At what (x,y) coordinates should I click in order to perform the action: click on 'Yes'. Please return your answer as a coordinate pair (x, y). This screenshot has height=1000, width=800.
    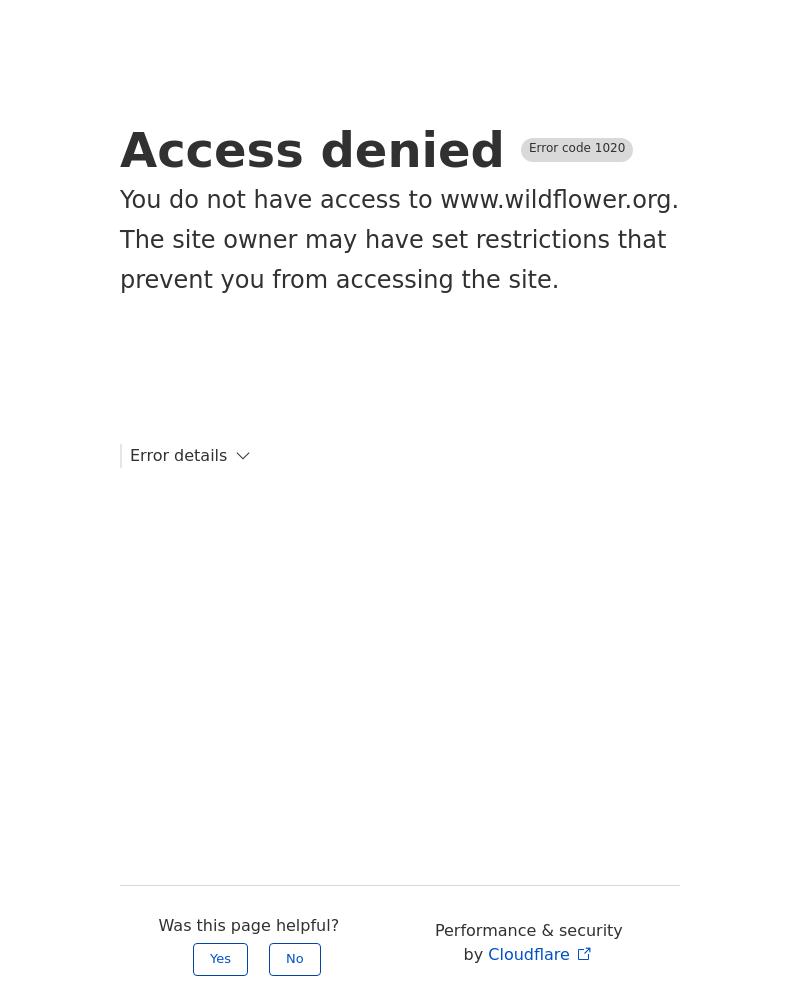
    Looking at the image, I should click on (219, 957).